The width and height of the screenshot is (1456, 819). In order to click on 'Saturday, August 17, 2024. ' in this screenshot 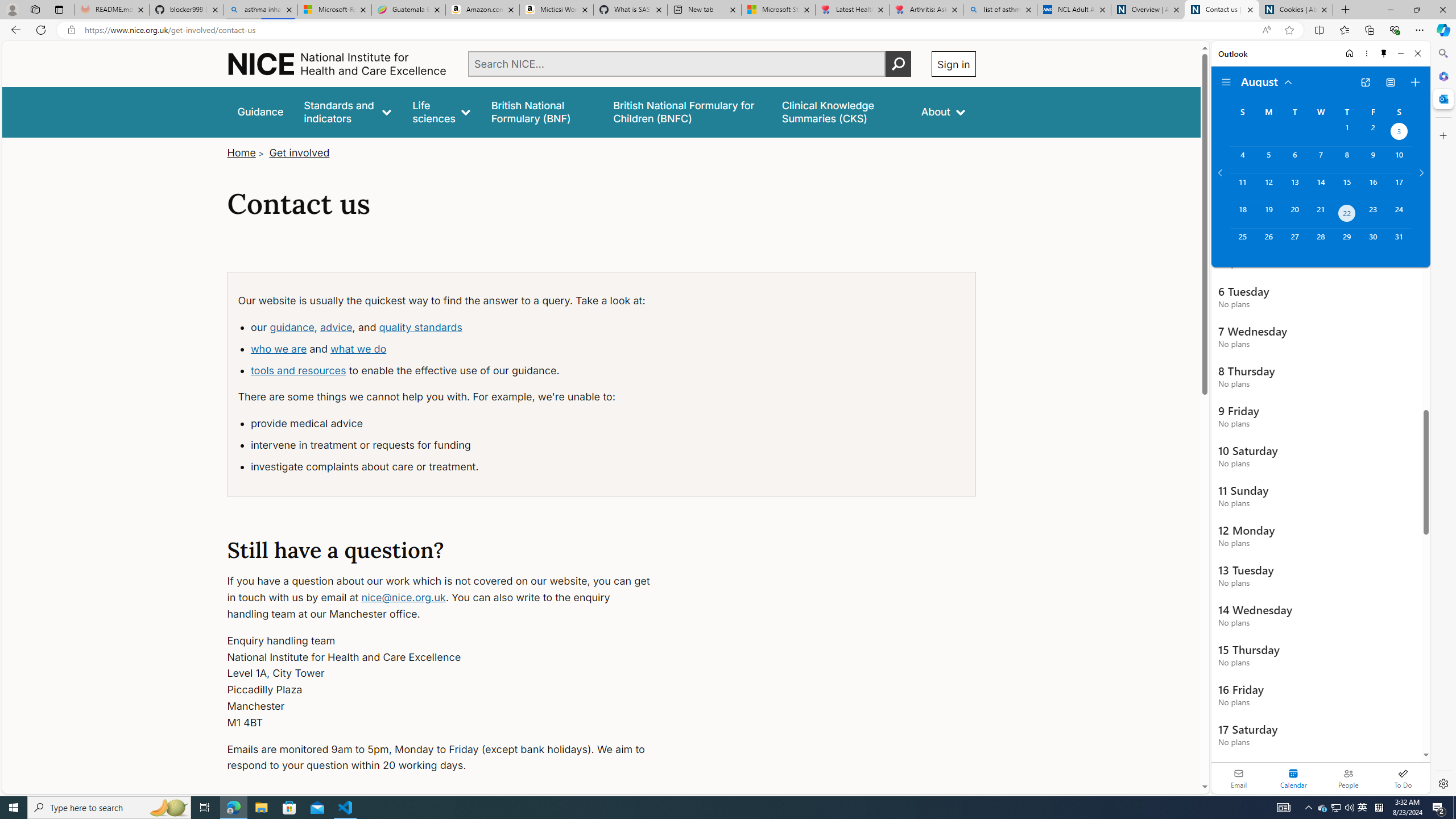, I will do `click(1399, 187)`.